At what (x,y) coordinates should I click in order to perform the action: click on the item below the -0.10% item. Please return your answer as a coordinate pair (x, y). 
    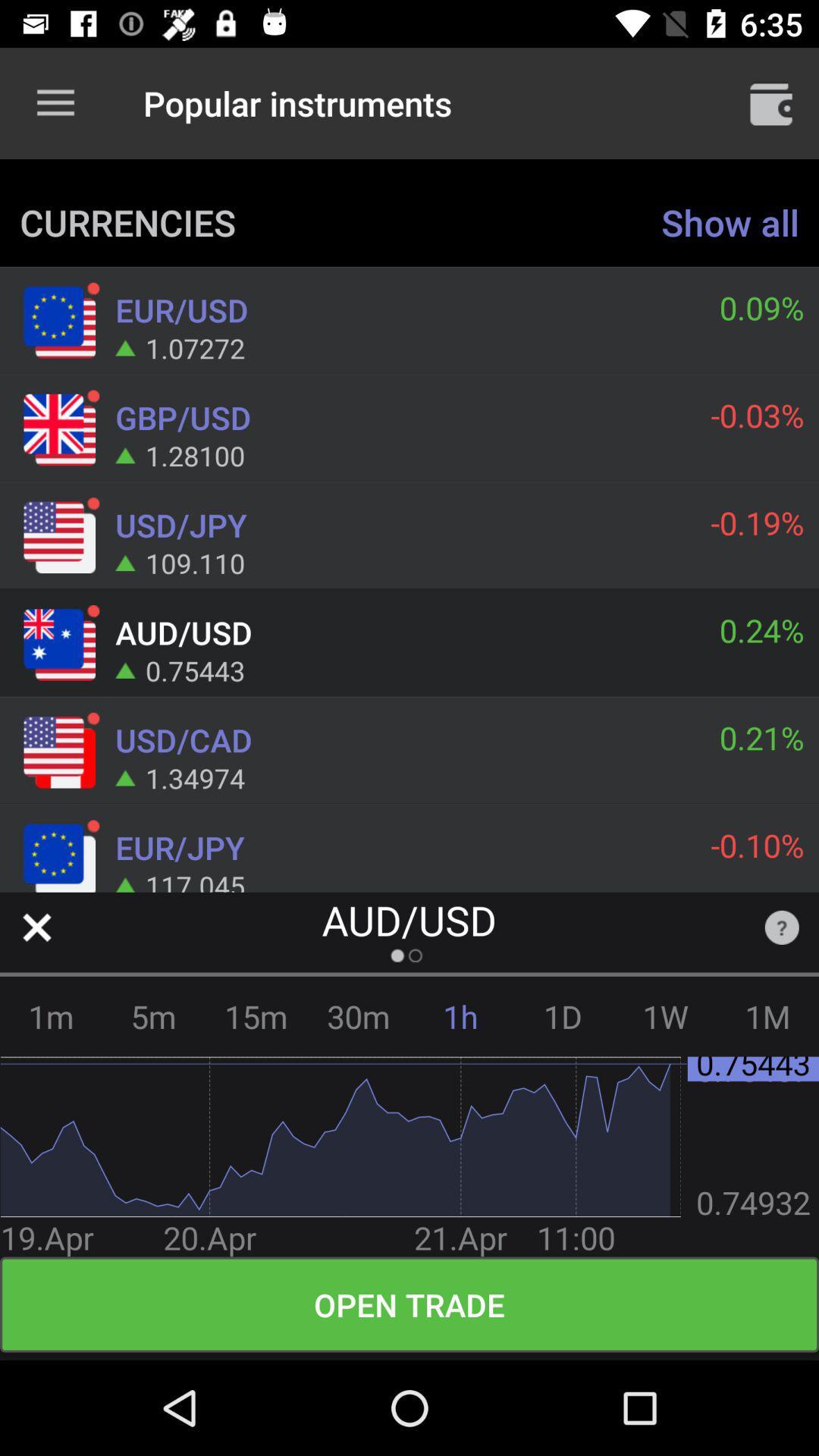
    Looking at the image, I should click on (782, 927).